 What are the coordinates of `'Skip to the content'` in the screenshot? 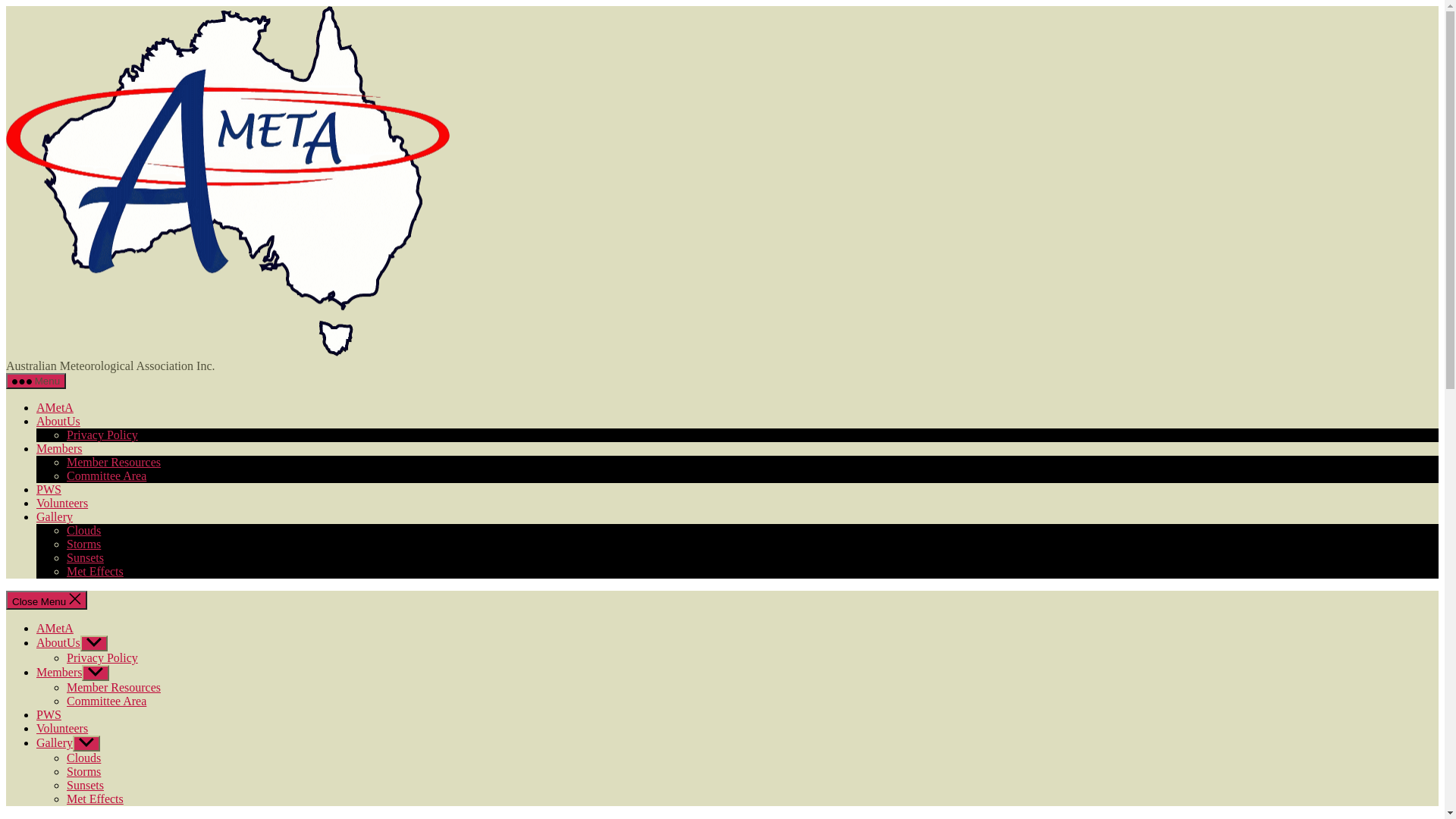 It's located at (5, 5).